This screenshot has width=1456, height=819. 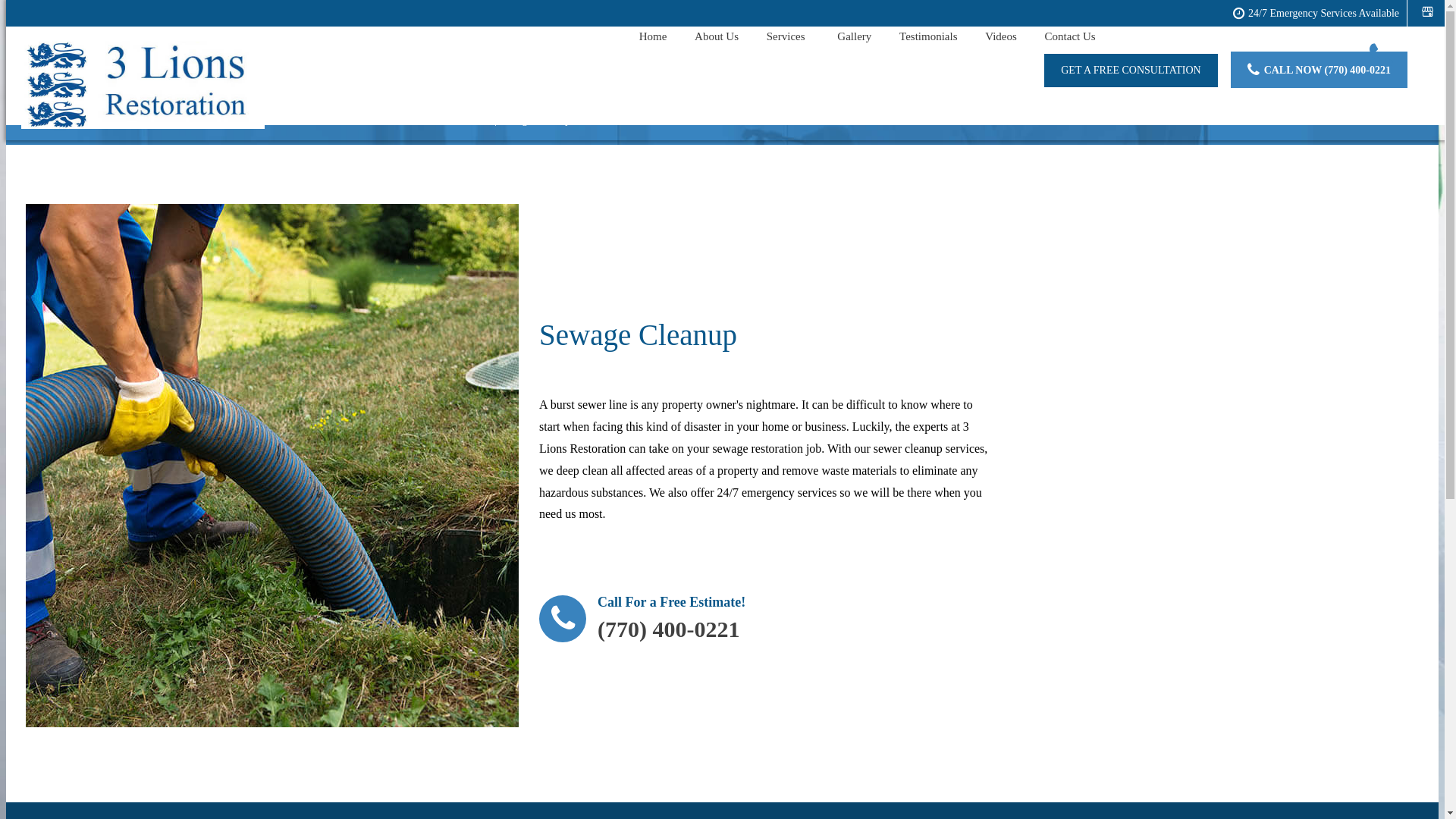 I want to click on 'Gallery', so click(x=854, y=36).